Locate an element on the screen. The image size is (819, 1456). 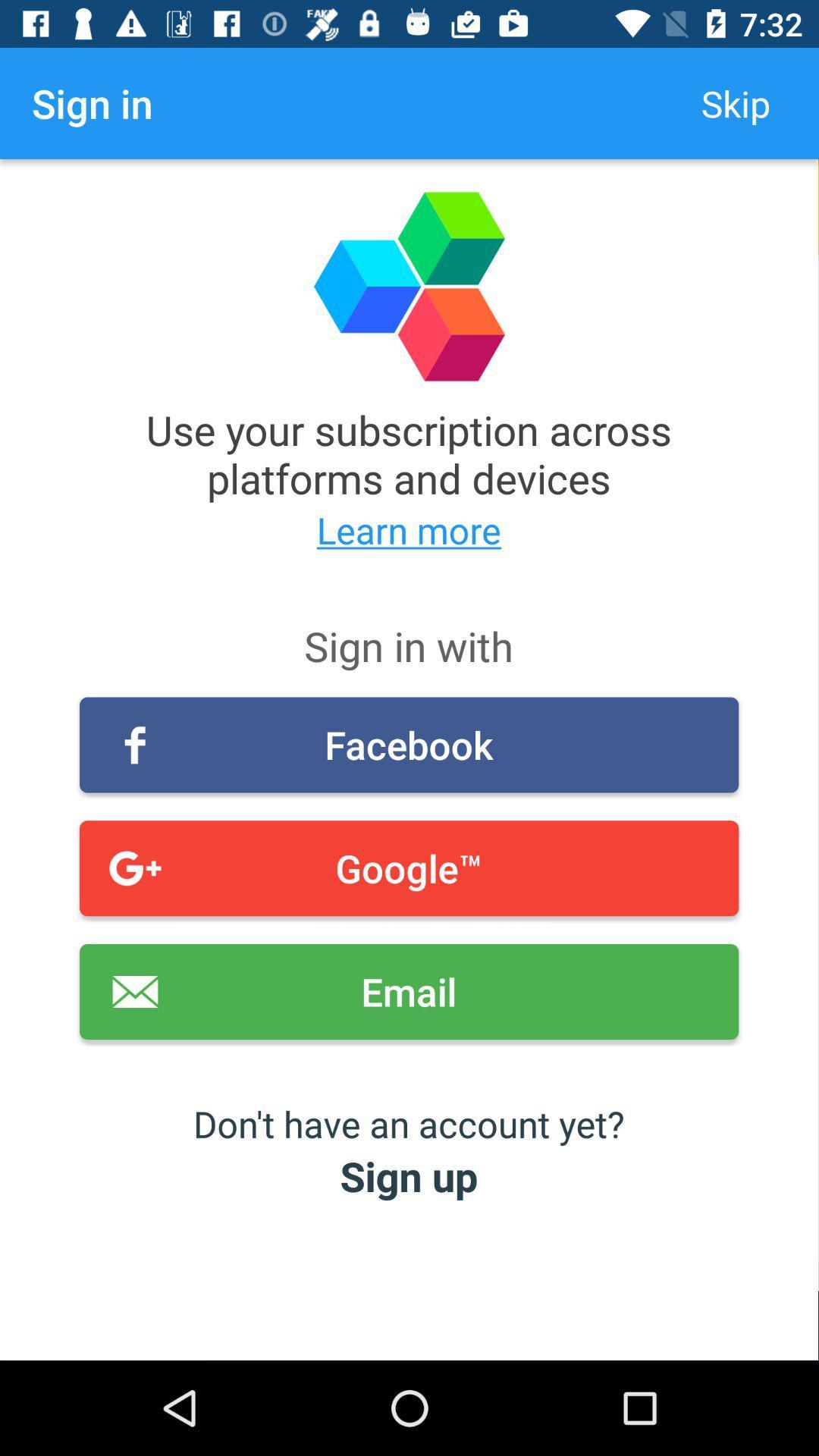
the learn more is located at coordinates (408, 530).